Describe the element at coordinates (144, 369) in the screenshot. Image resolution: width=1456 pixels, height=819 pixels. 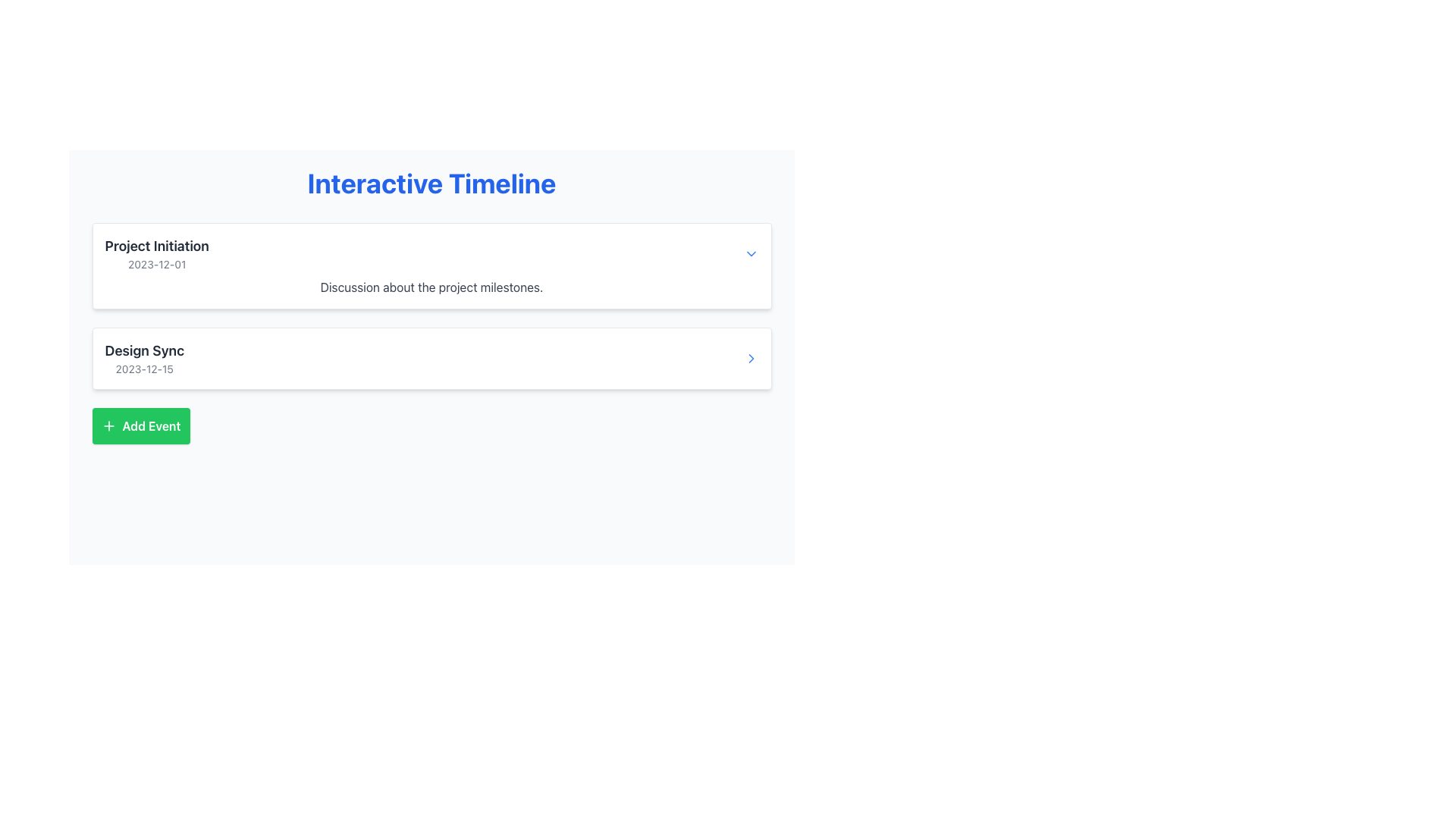
I see `the text label indicating the date '2023-12-15' below the title 'Design Sync' in the event card on the timeline interface` at that location.